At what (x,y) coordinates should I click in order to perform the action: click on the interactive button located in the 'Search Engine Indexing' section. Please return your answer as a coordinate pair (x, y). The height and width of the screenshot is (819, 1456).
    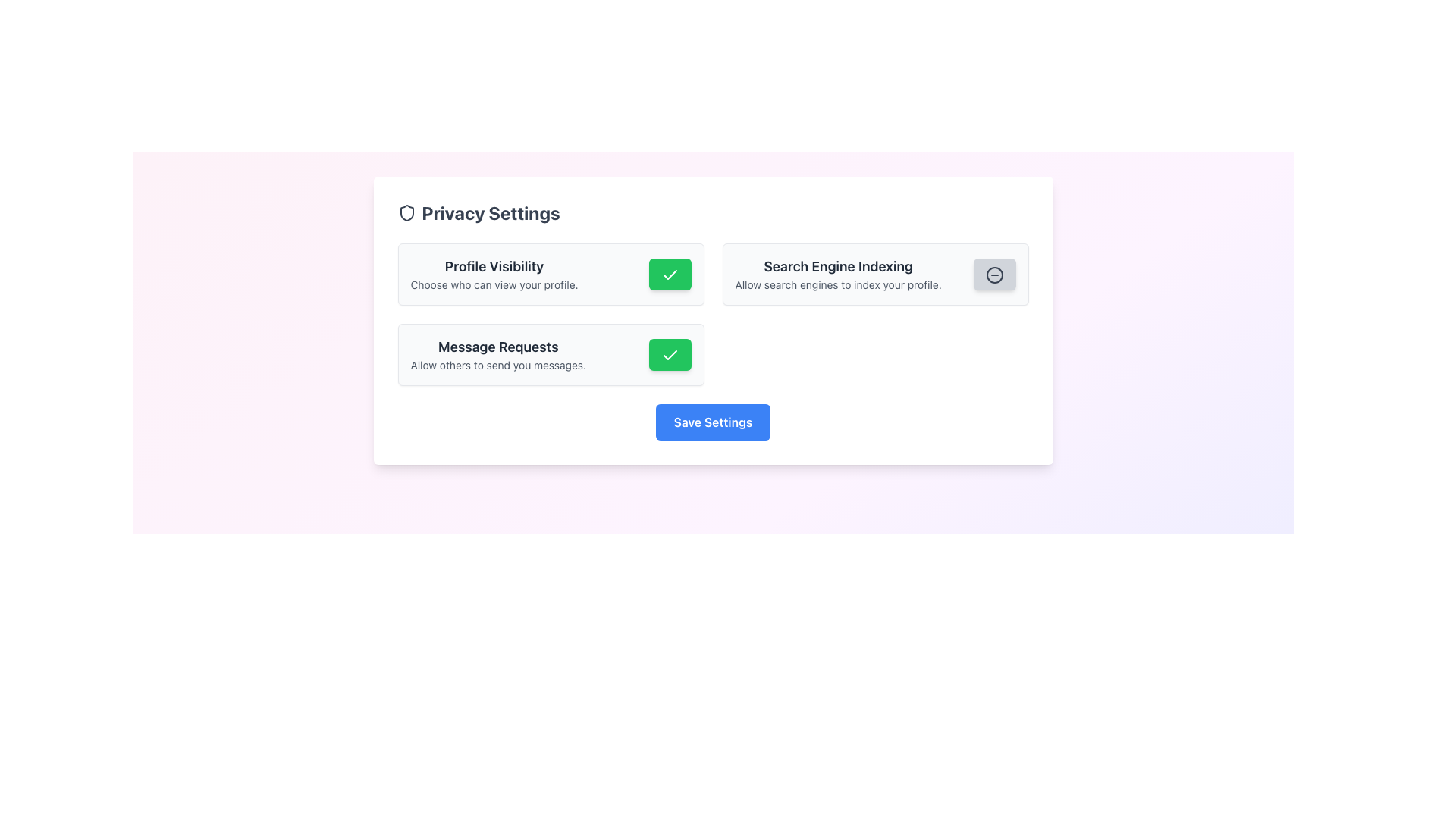
    Looking at the image, I should click on (994, 275).